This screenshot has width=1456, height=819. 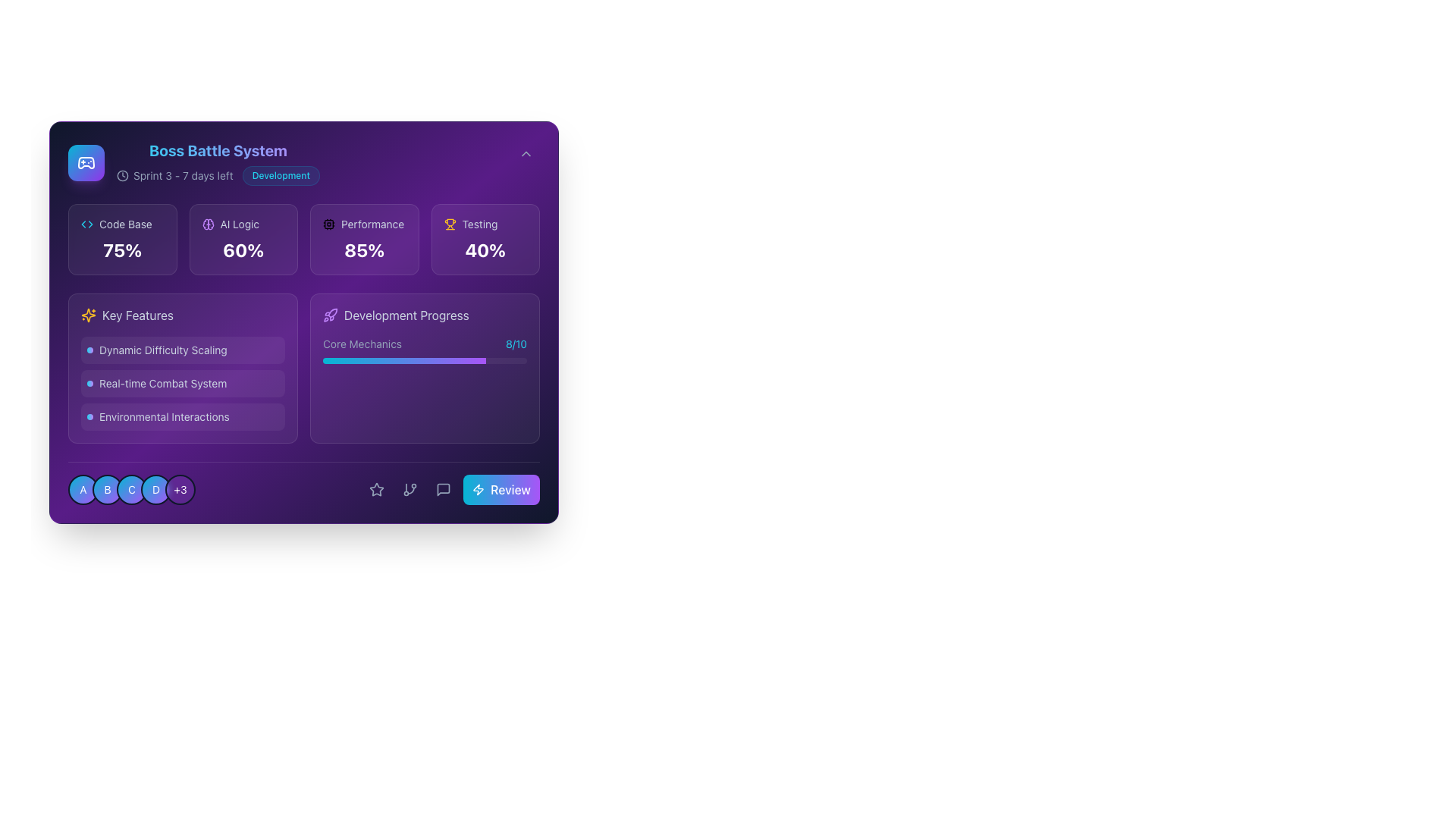 I want to click on the details of the 'Performance' icon, which visually represents computational performance and is positioned to the left of the text 'Performance', so click(x=328, y=224).